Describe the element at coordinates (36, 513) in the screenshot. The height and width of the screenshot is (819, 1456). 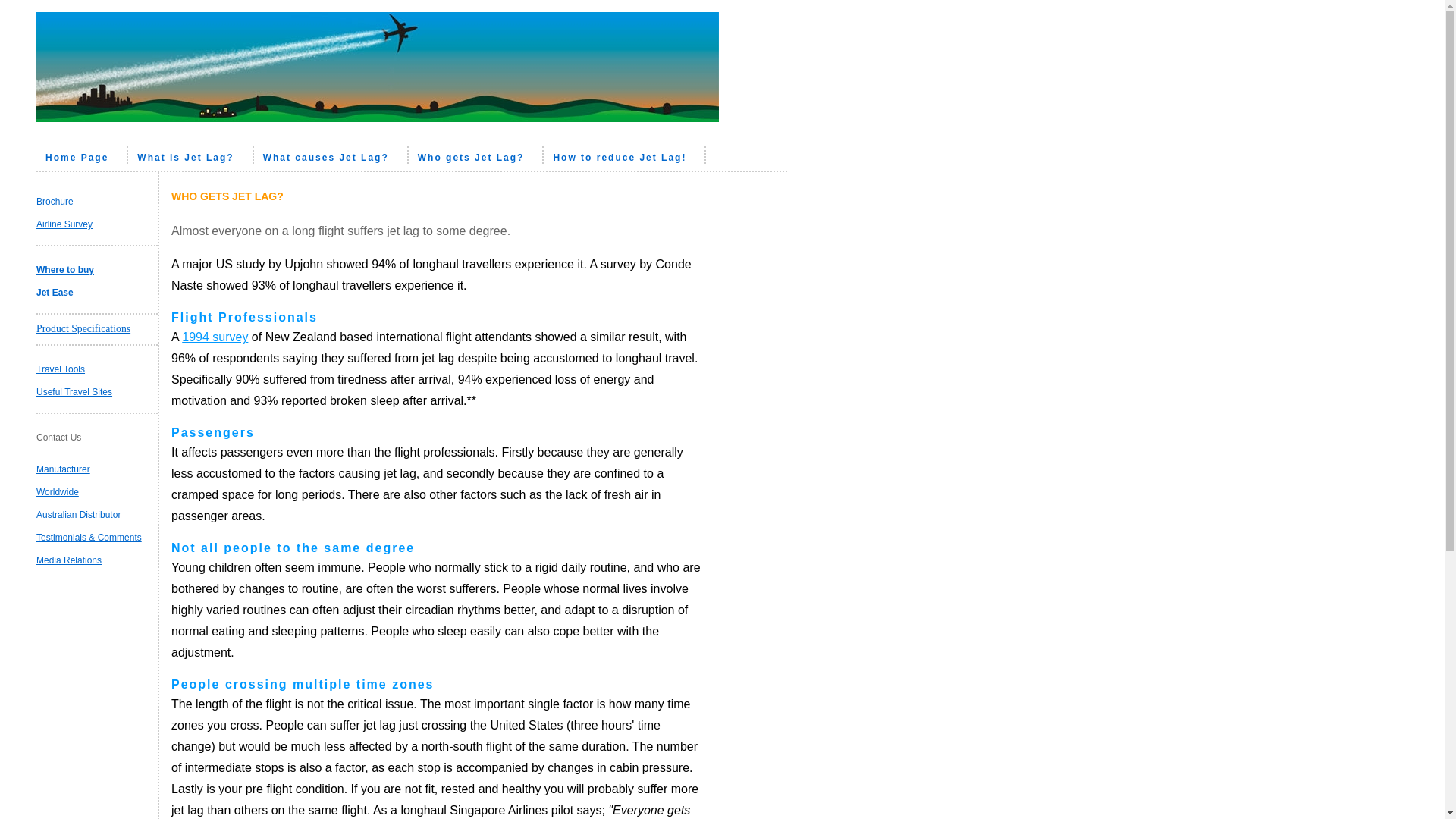
I see `'Australian Distributor'` at that location.